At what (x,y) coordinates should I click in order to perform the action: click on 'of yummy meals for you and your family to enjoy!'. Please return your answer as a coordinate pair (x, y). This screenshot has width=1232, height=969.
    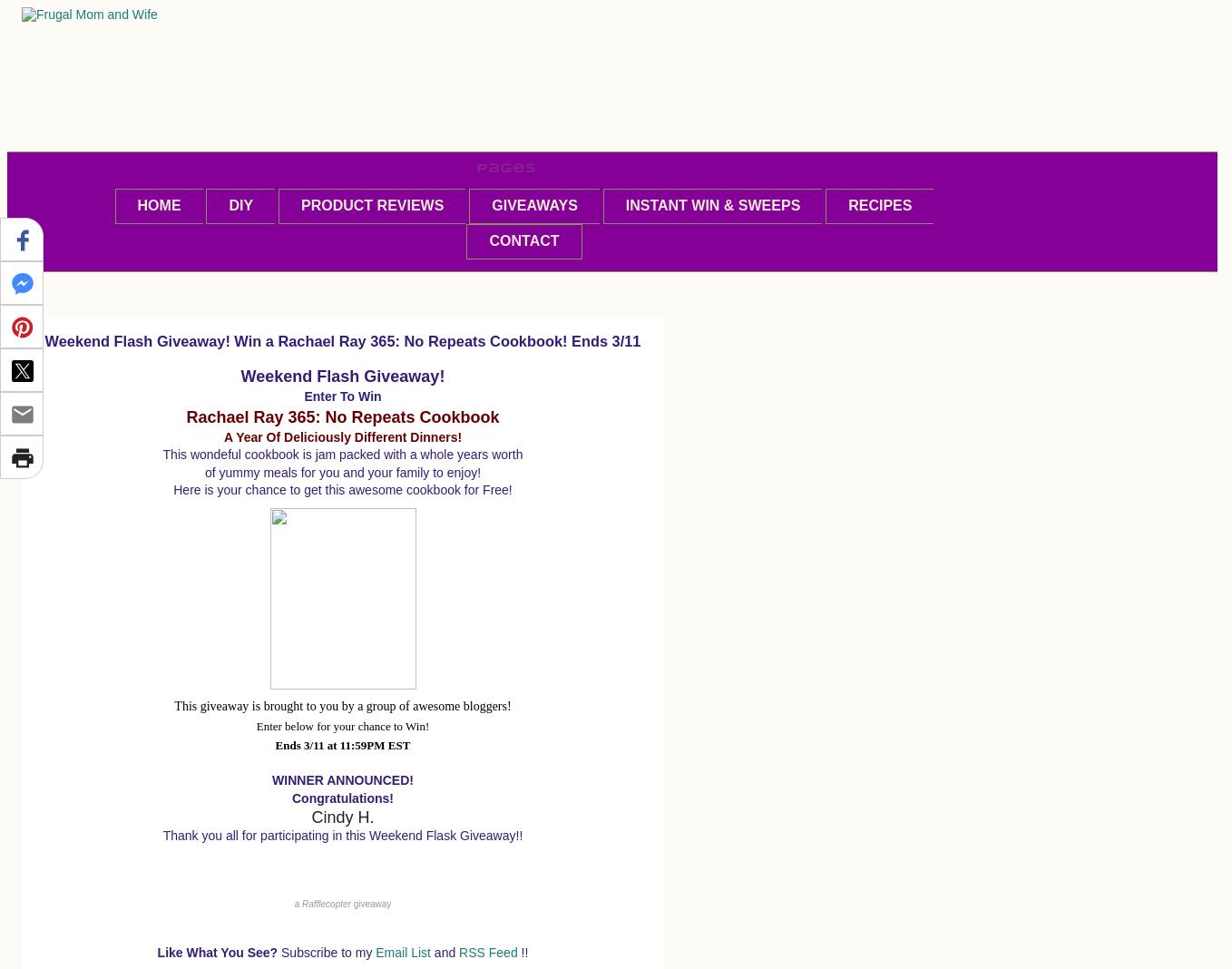
    Looking at the image, I should click on (203, 472).